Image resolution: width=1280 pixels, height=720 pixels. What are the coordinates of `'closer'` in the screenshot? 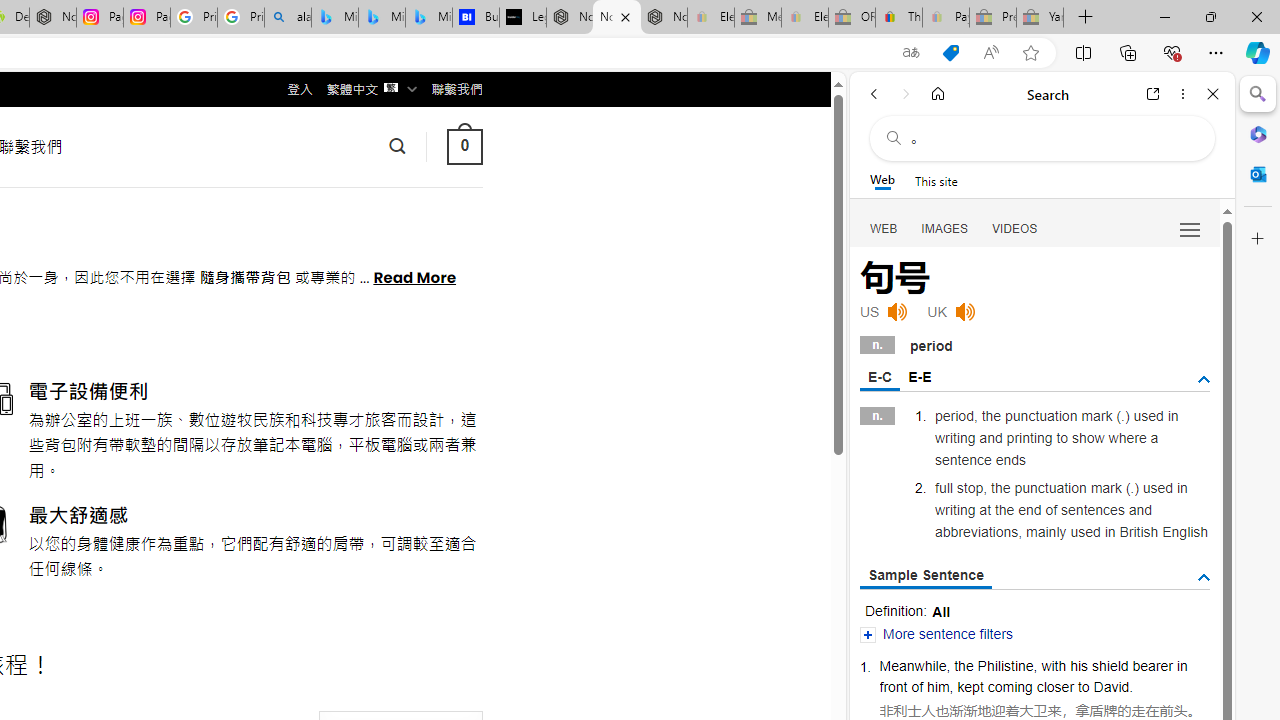 It's located at (1054, 685).